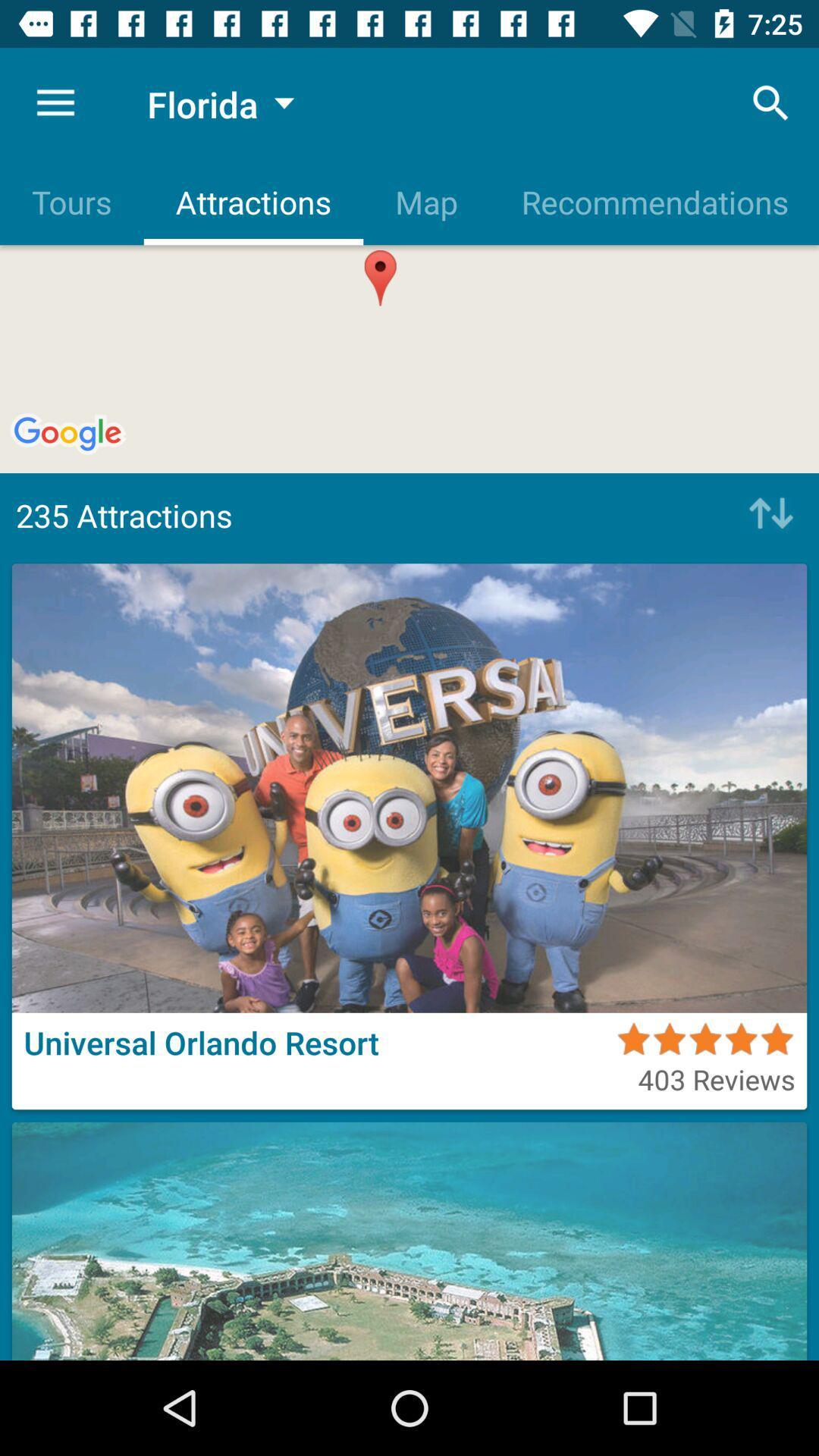  Describe the element at coordinates (653, 201) in the screenshot. I see `the item next to map item` at that location.